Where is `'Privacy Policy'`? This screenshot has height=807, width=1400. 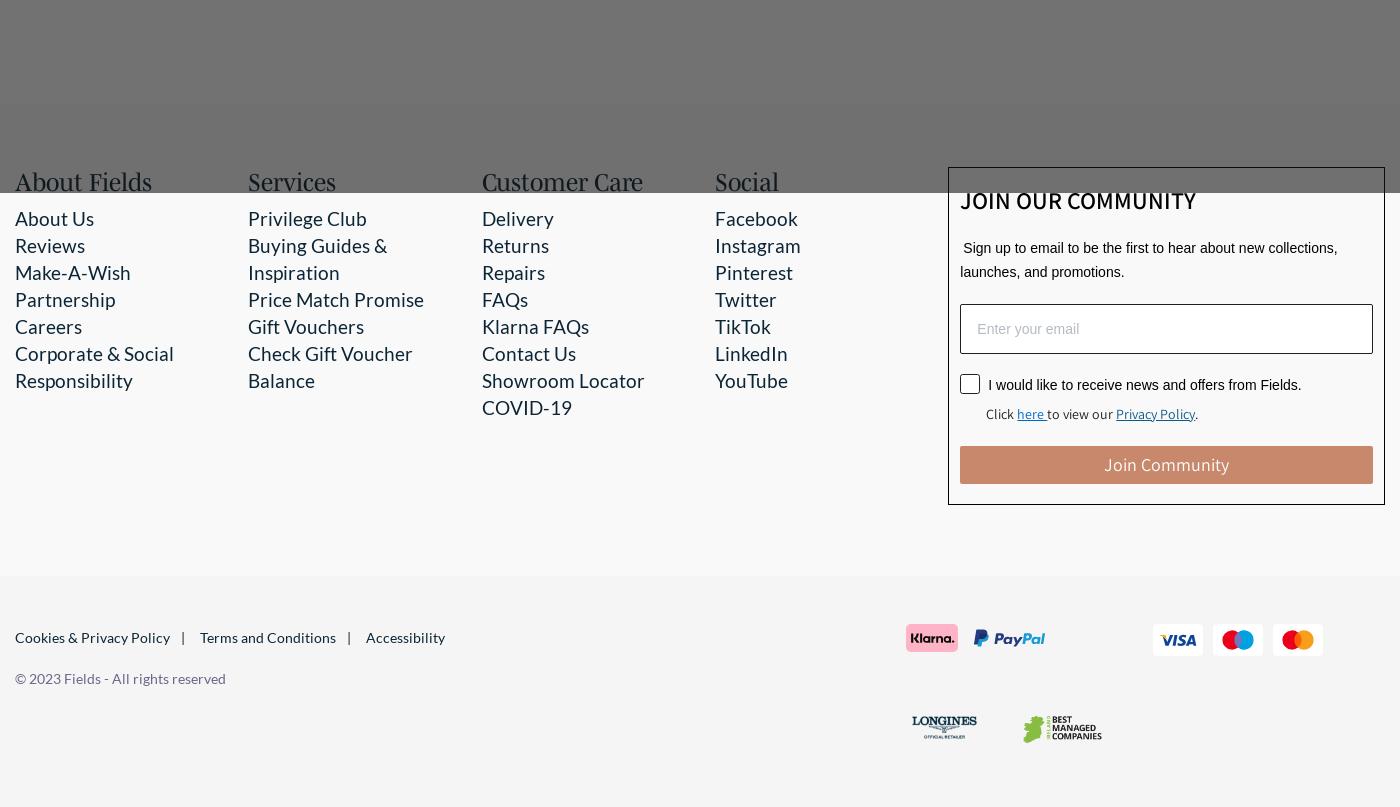
'Privacy Policy' is located at coordinates (1155, 412).